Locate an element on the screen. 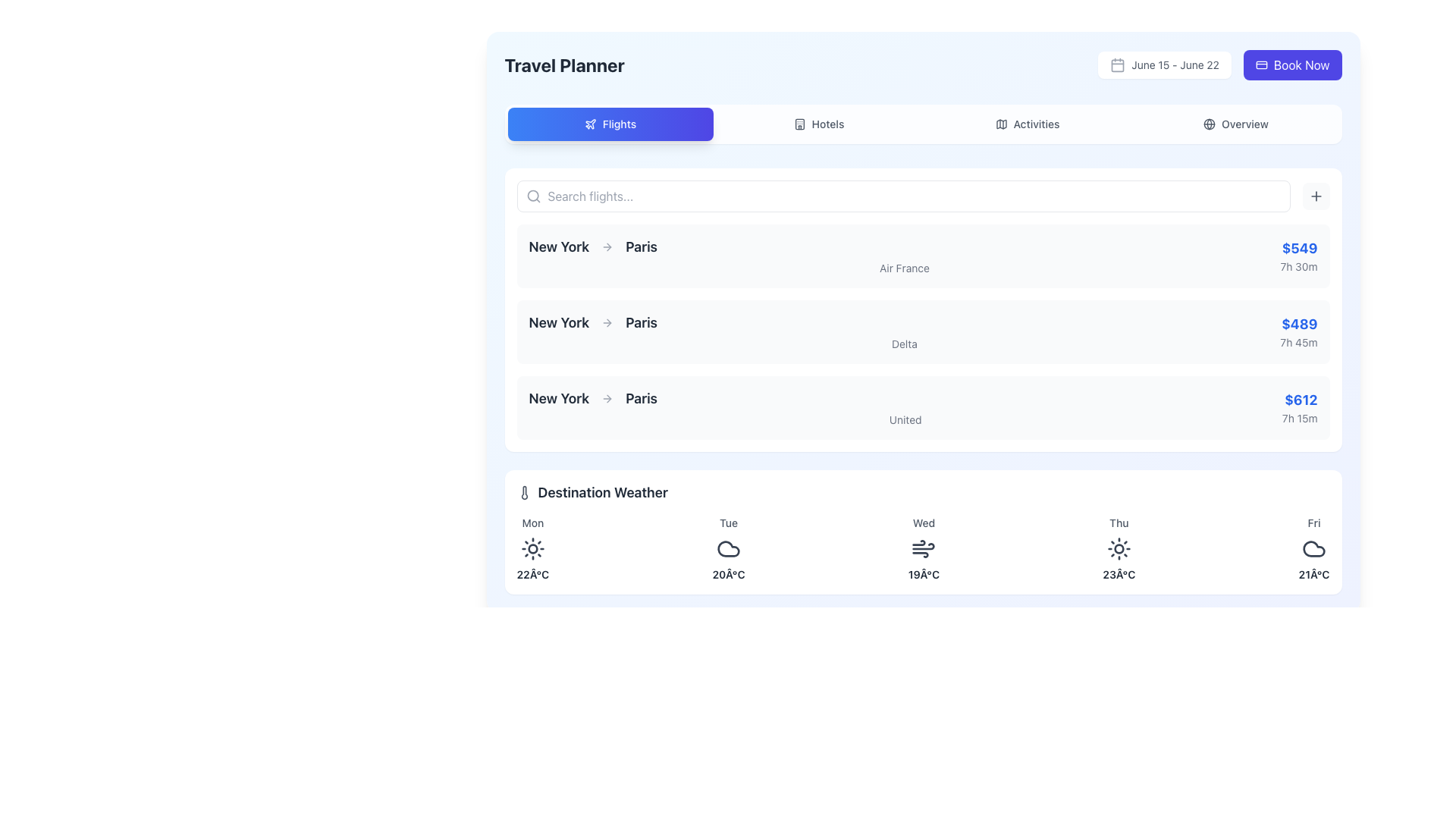  the Text label that specifies the day associated with the weather information for Wednesday, located in the center column of the weekly weather forecast grid beneath the title 'Destination Weather' is located at coordinates (923, 522).